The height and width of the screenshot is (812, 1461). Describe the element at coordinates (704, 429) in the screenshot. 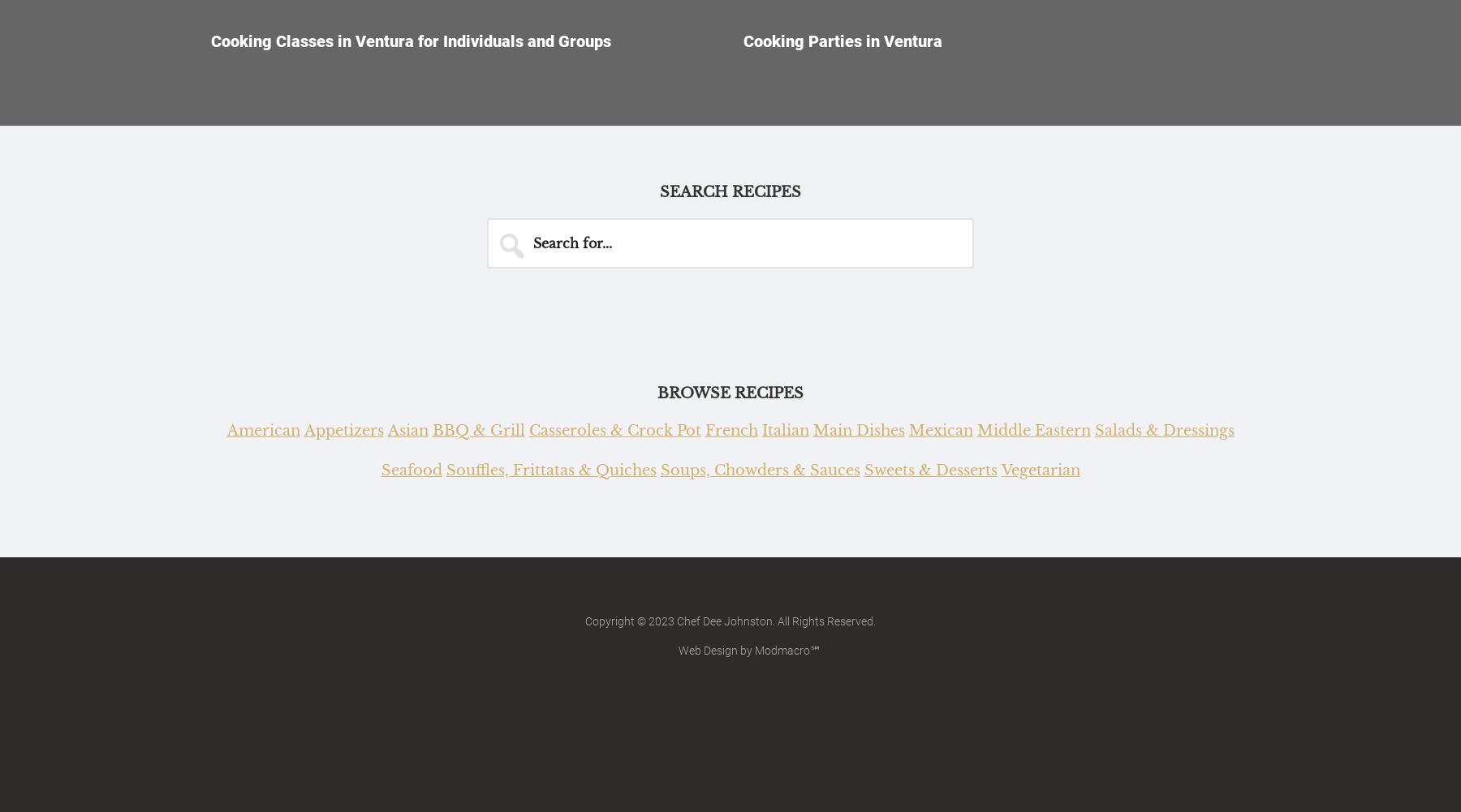

I see `'French'` at that location.